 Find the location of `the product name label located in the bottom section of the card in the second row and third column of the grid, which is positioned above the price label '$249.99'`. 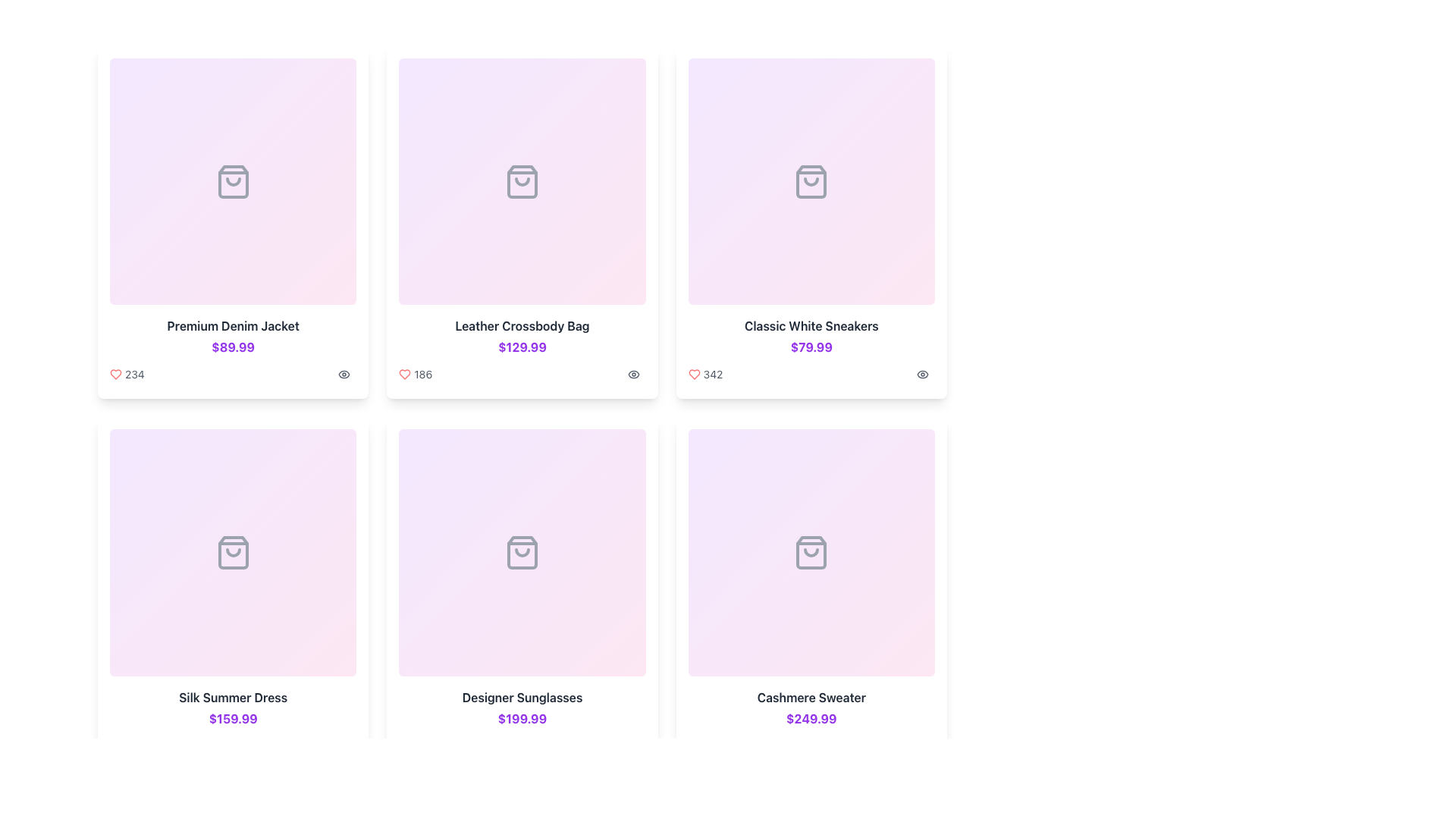

the product name label located in the bottom section of the card in the second row and third column of the grid, which is positioned above the price label '$249.99' is located at coordinates (811, 697).